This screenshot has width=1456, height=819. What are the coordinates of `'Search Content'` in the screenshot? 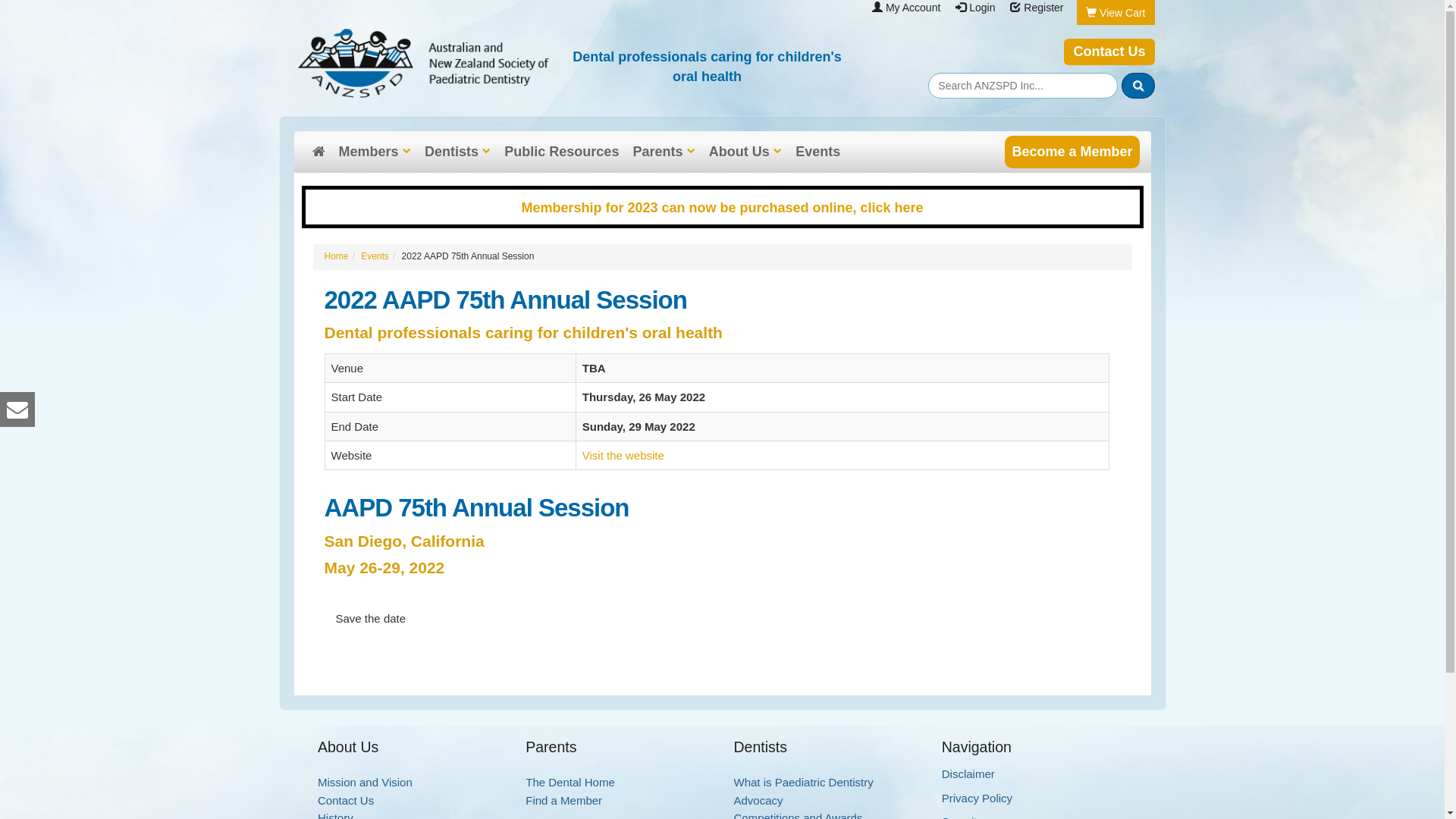 It's located at (1022, 85).